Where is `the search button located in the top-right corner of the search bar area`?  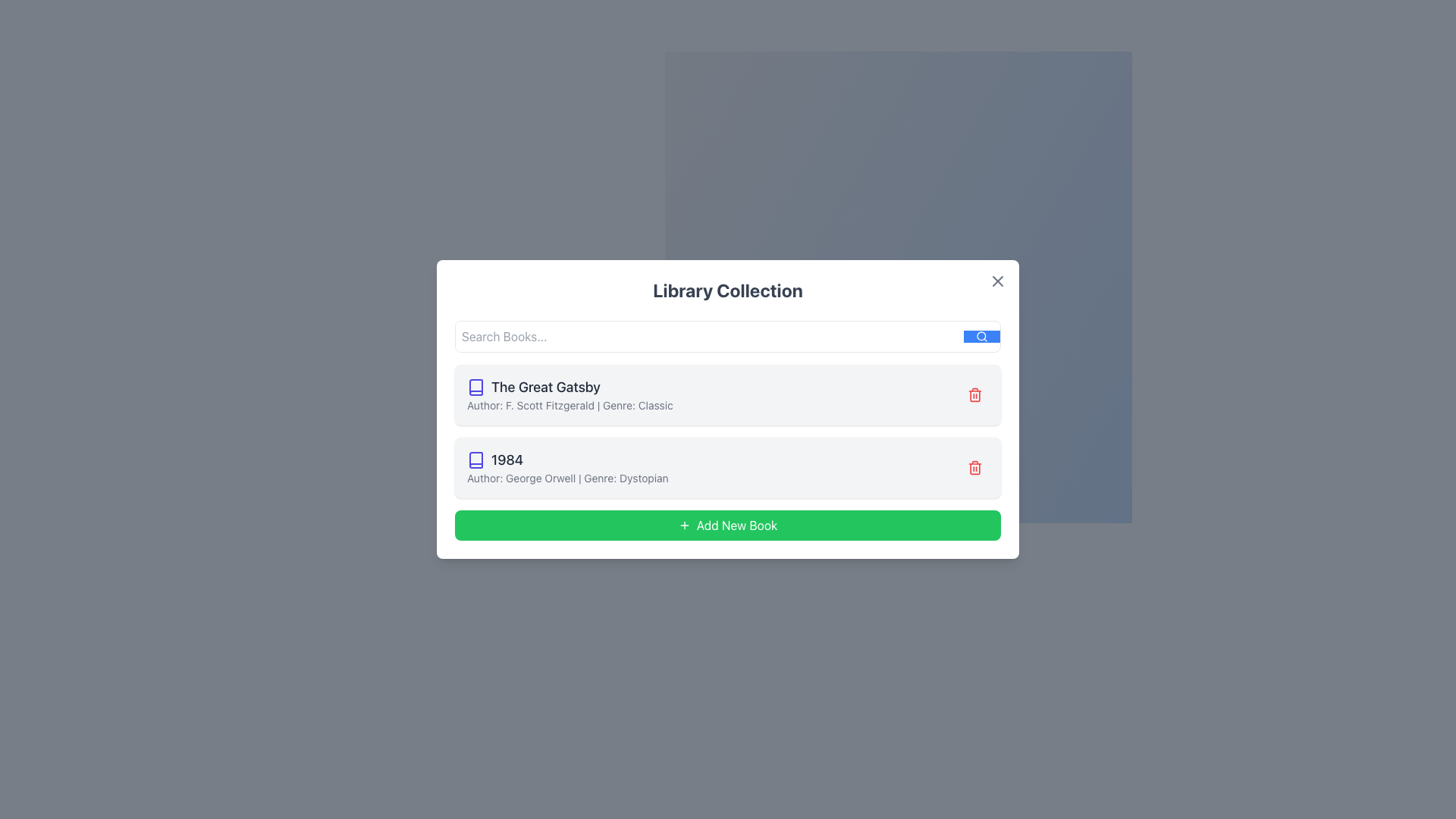 the search button located in the top-right corner of the search bar area is located at coordinates (982, 335).